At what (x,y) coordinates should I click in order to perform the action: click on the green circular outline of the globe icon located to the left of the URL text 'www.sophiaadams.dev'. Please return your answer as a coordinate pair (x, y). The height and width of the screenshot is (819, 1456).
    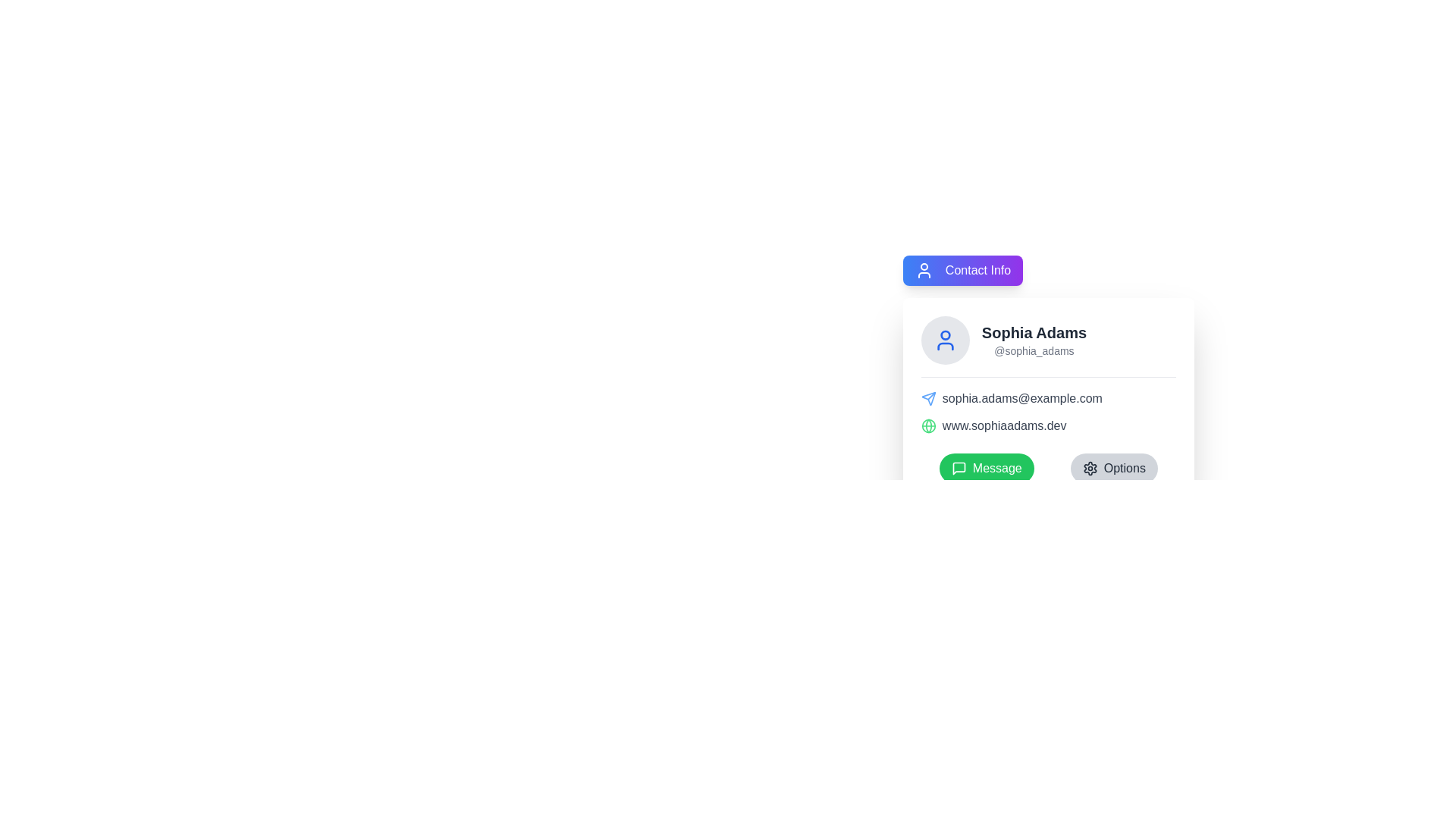
    Looking at the image, I should click on (927, 426).